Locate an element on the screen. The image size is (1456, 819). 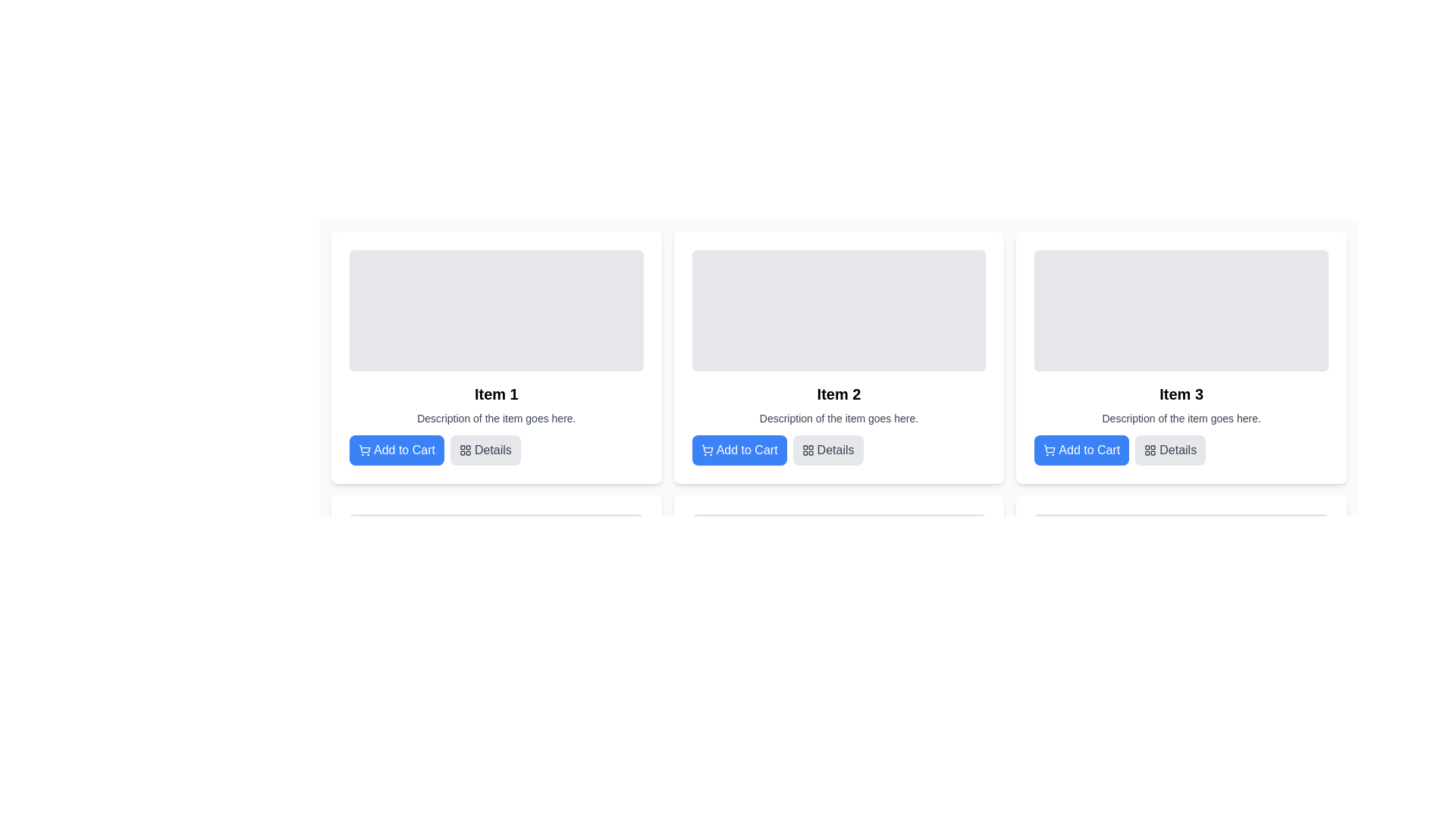
the rectangular image placeholder with a light gray background located inside the card labeled 'Item 3', positioned at the top area of the card is located at coordinates (1181, 309).